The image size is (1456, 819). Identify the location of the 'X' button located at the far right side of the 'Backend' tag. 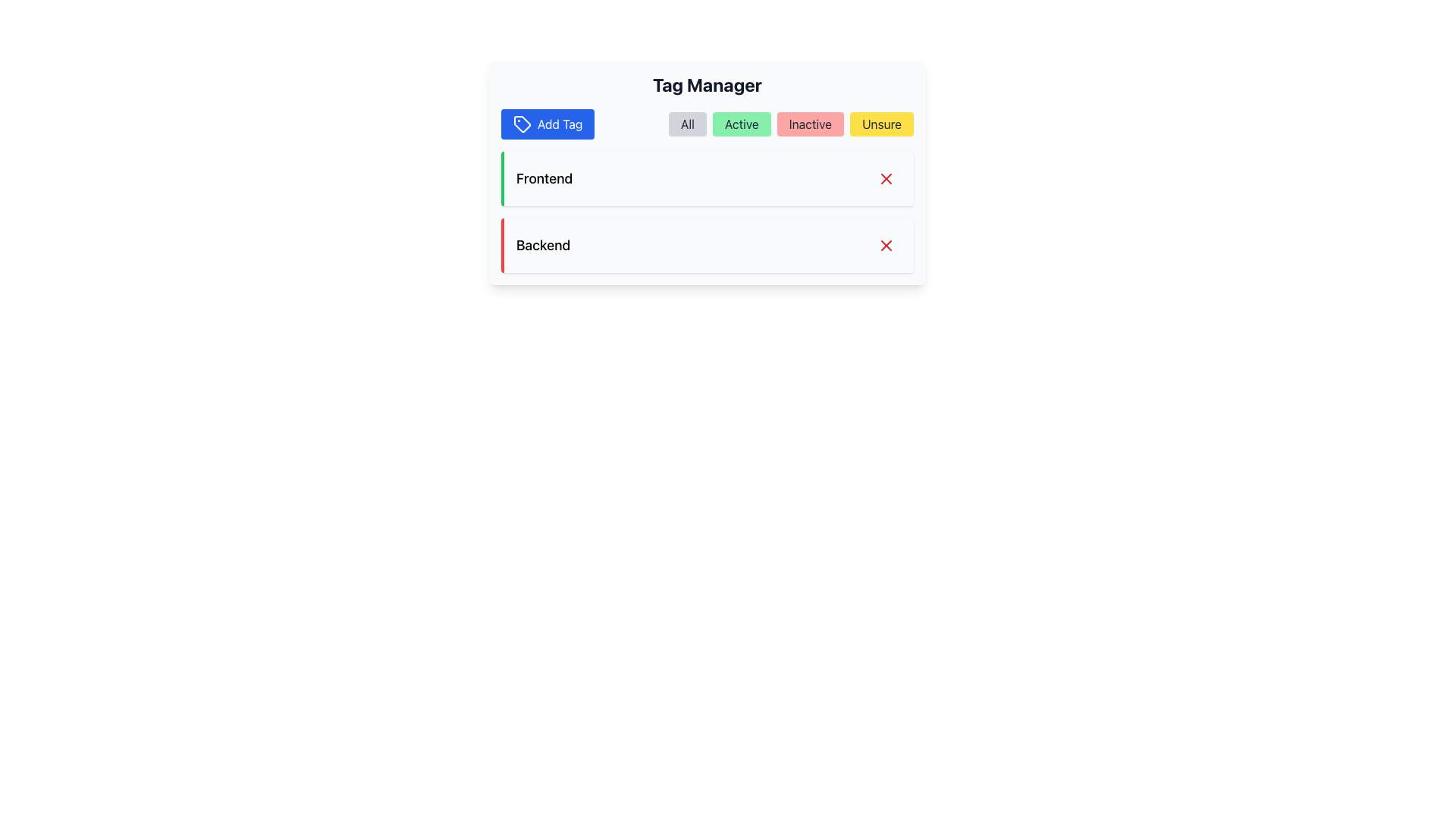
(886, 245).